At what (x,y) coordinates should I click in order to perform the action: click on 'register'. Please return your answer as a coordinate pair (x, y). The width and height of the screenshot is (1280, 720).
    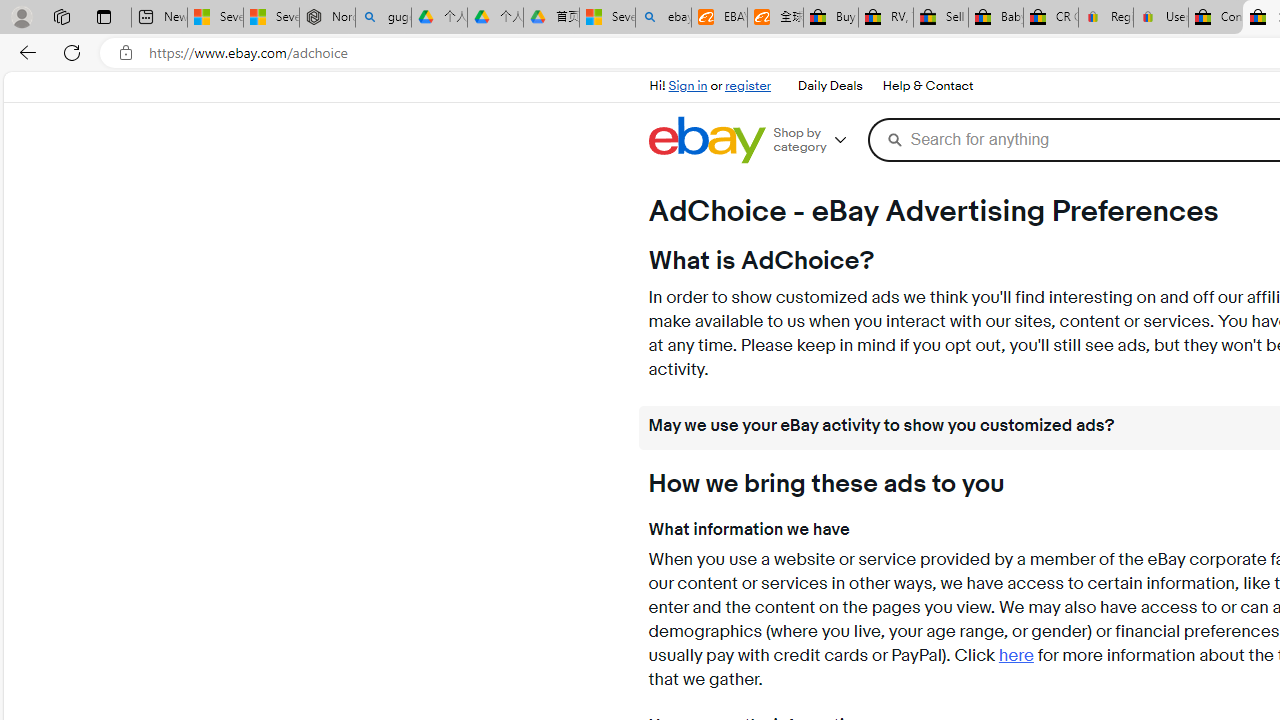
    Looking at the image, I should click on (747, 85).